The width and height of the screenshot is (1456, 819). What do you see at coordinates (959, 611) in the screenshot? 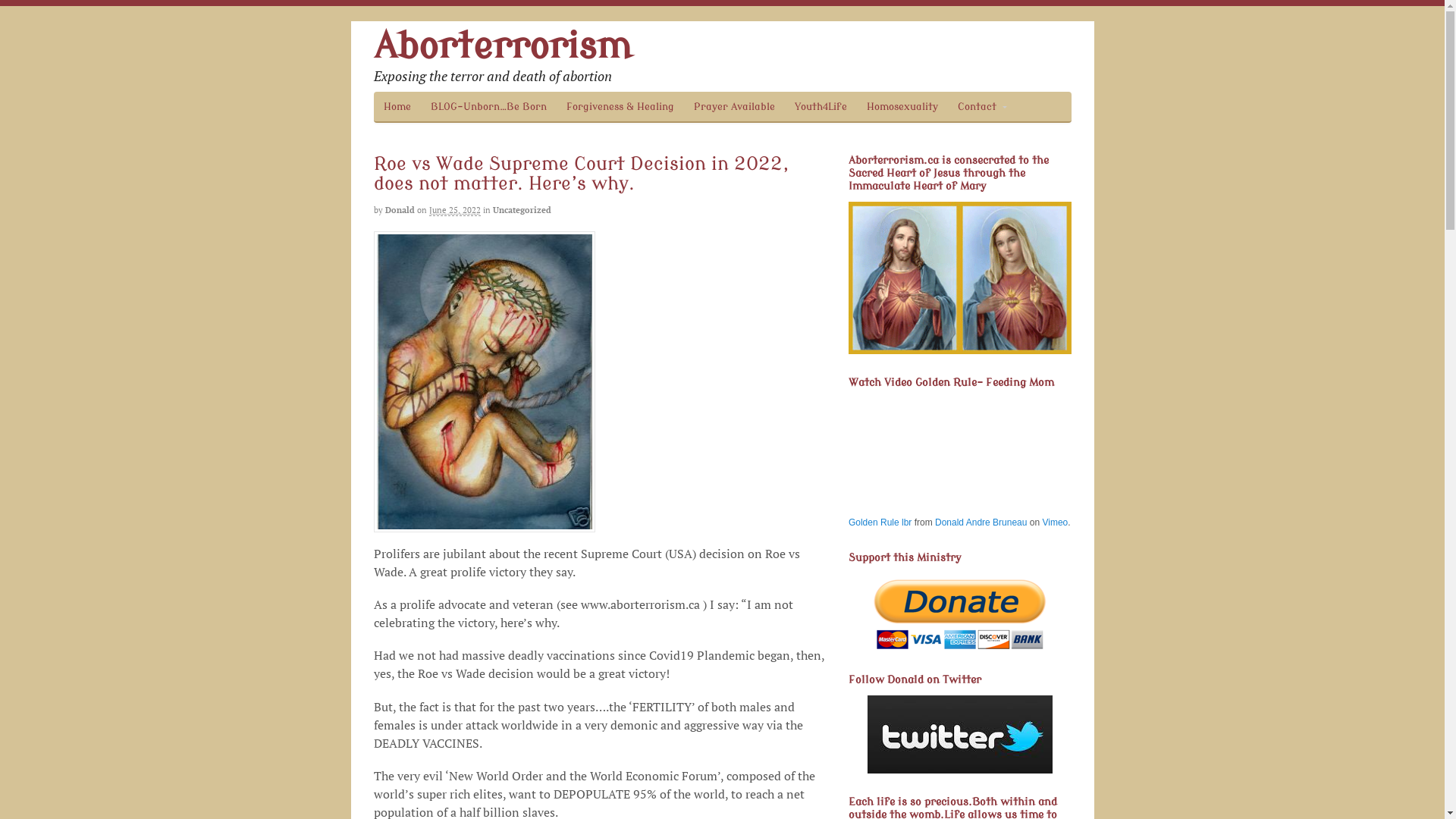
I see `'Support this Ministry'` at bounding box center [959, 611].